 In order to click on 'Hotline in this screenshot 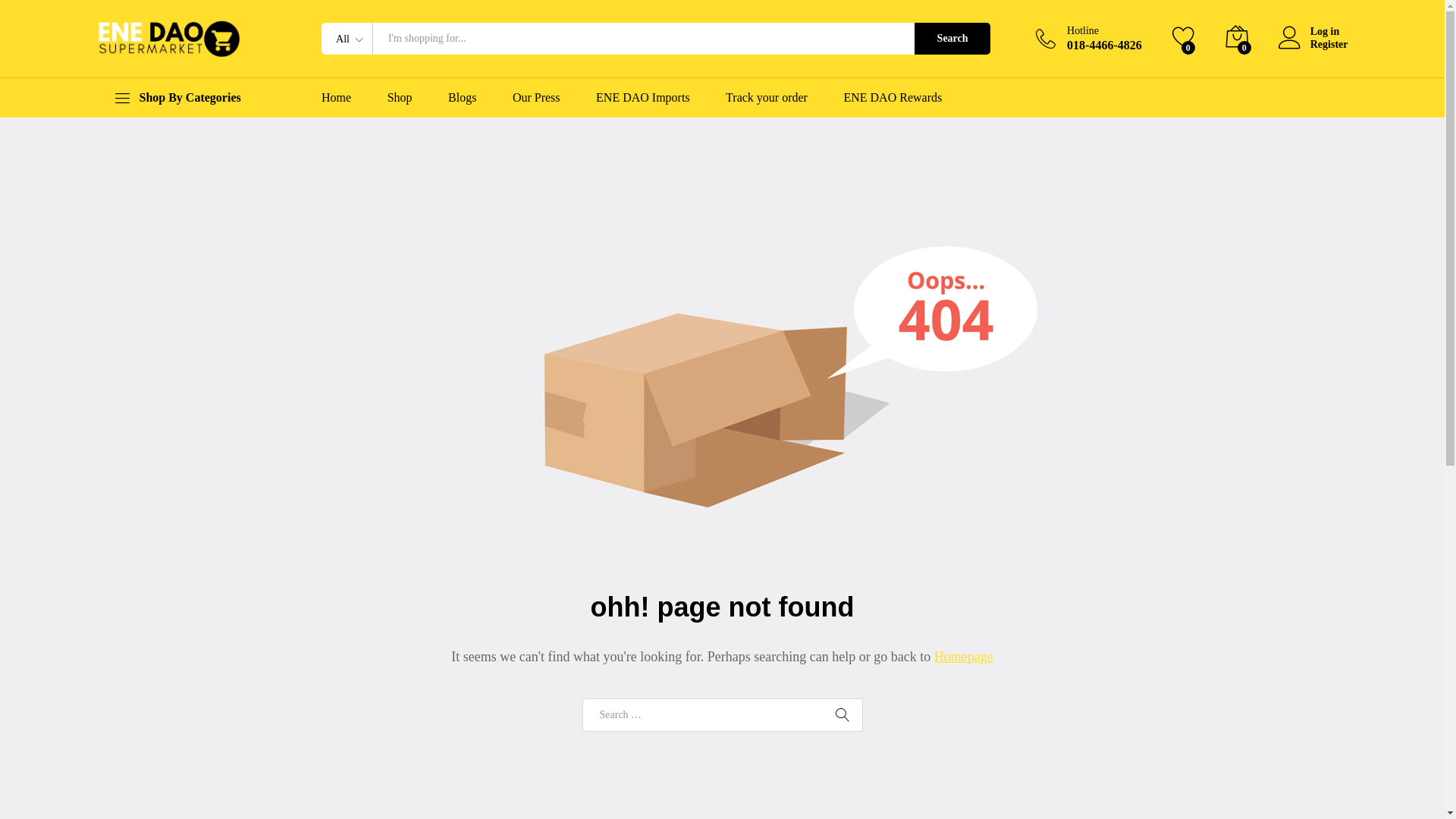, I will do `click(1087, 37)`.